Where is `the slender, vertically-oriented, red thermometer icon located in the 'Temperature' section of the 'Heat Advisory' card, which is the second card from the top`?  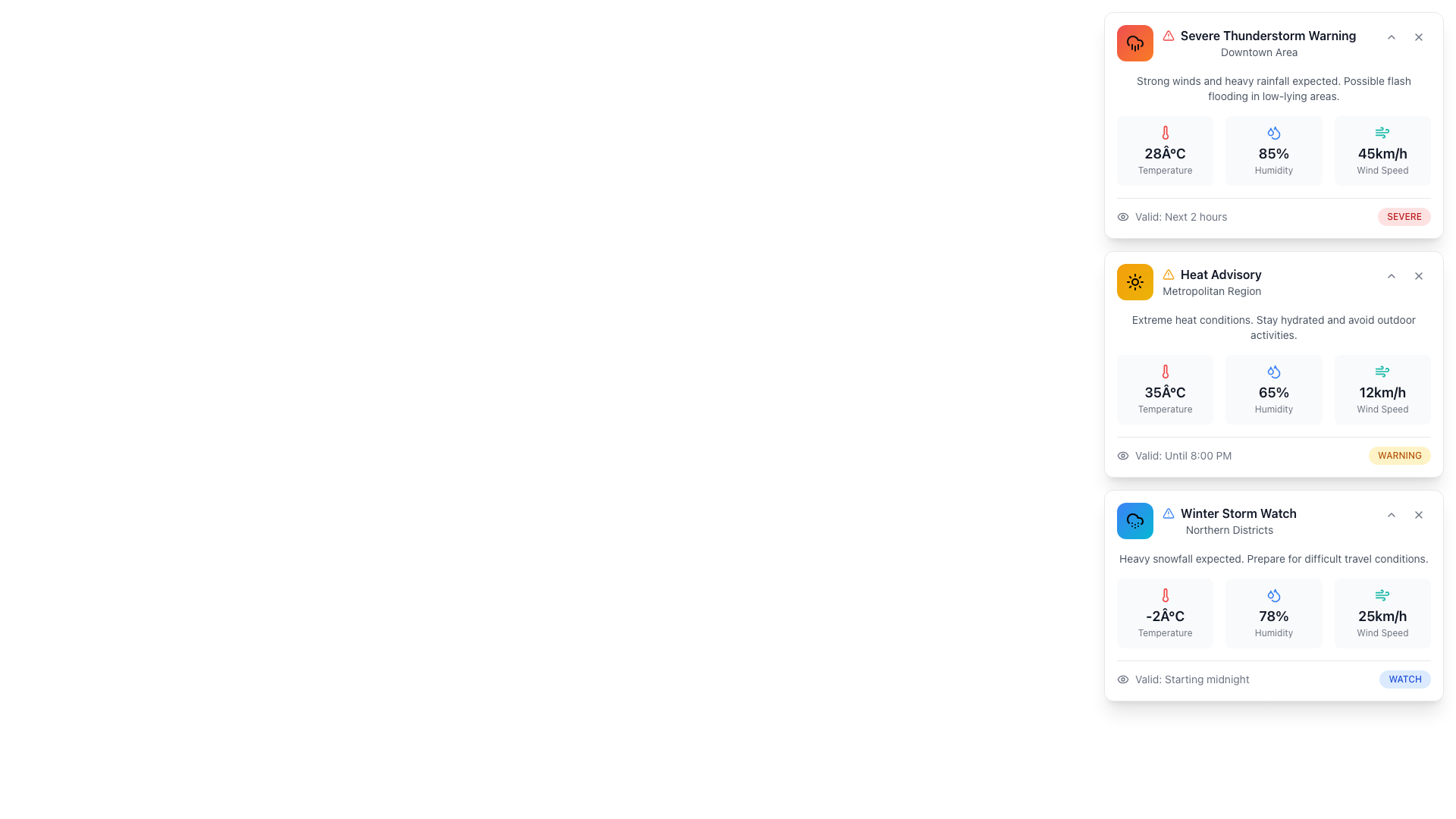 the slender, vertically-oriented, red thermometer icon located in the 'Temperature' section of the 'Heat Advisory' card, which is the second card from the top is located at coordinates (1164, 371).